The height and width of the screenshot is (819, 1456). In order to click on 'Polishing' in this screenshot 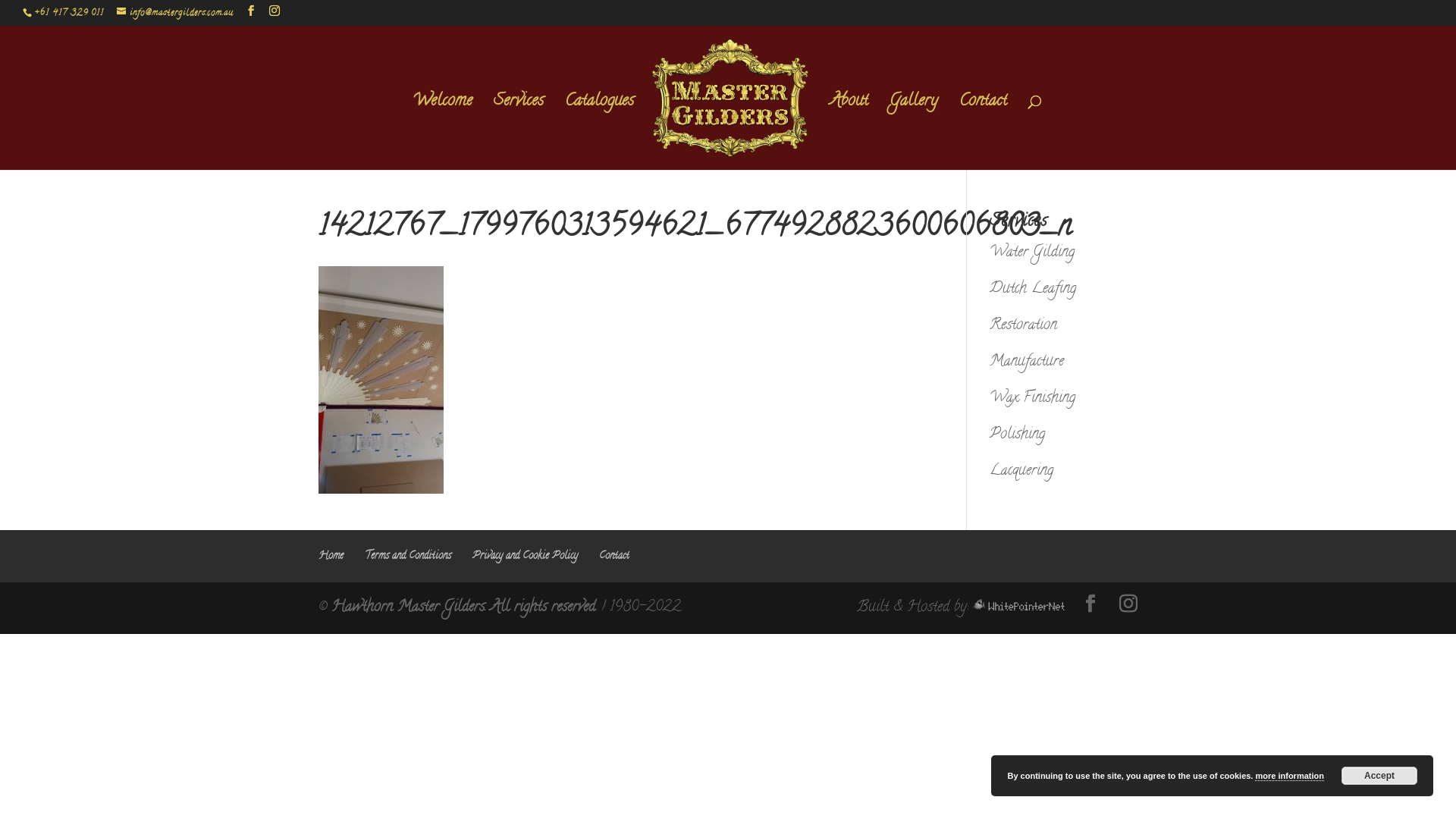, I will do `click(1017, 435)`.